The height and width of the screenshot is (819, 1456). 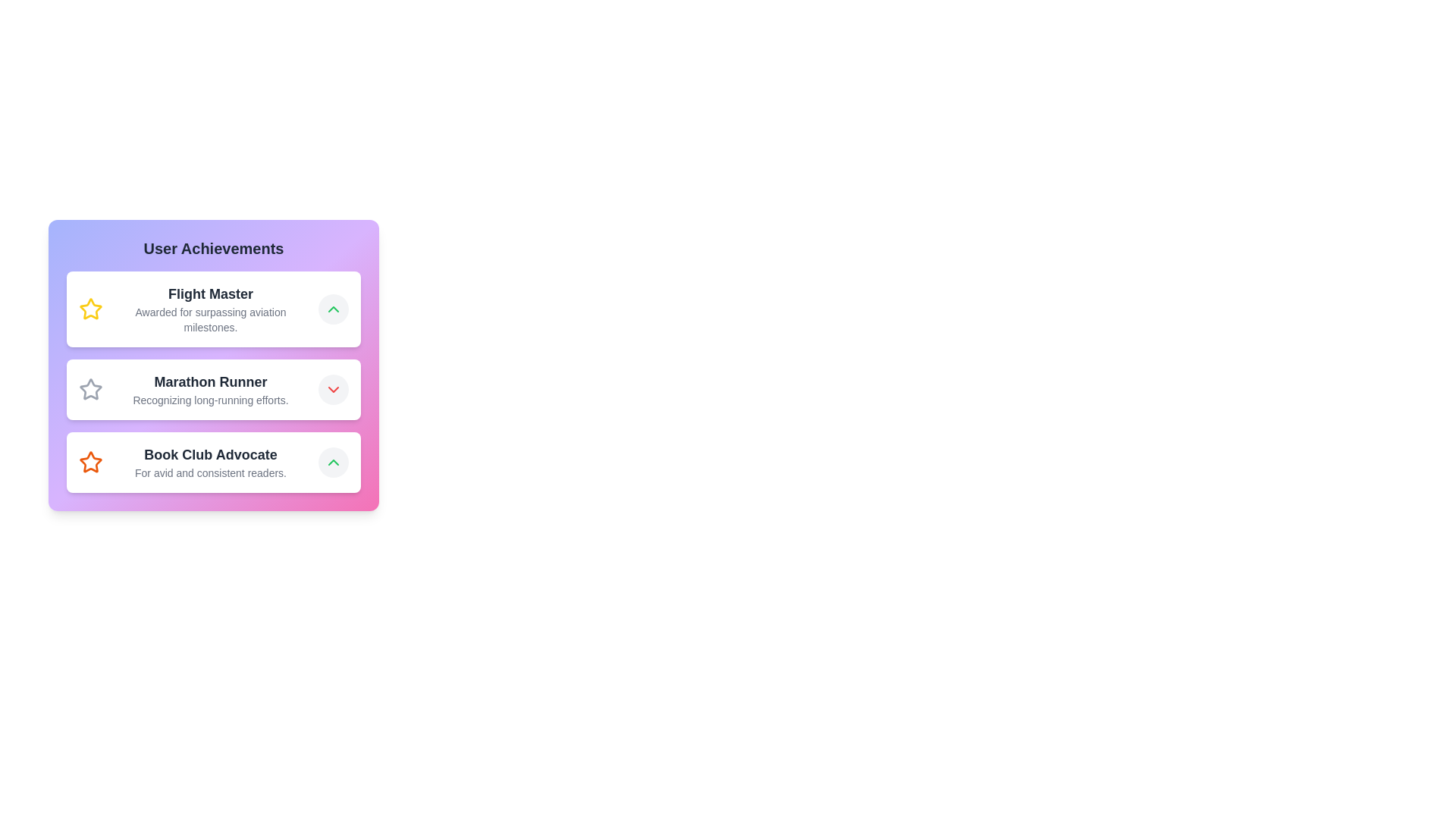 What do you see at coordinates (333, 461) in the screenshot?
I see `the Chevron Up icon located at the top-right corner of the 'Flight Master' achievement card in the 'User Achievements' section to expand or collapse detailed information` at bounding box center [333, 461].